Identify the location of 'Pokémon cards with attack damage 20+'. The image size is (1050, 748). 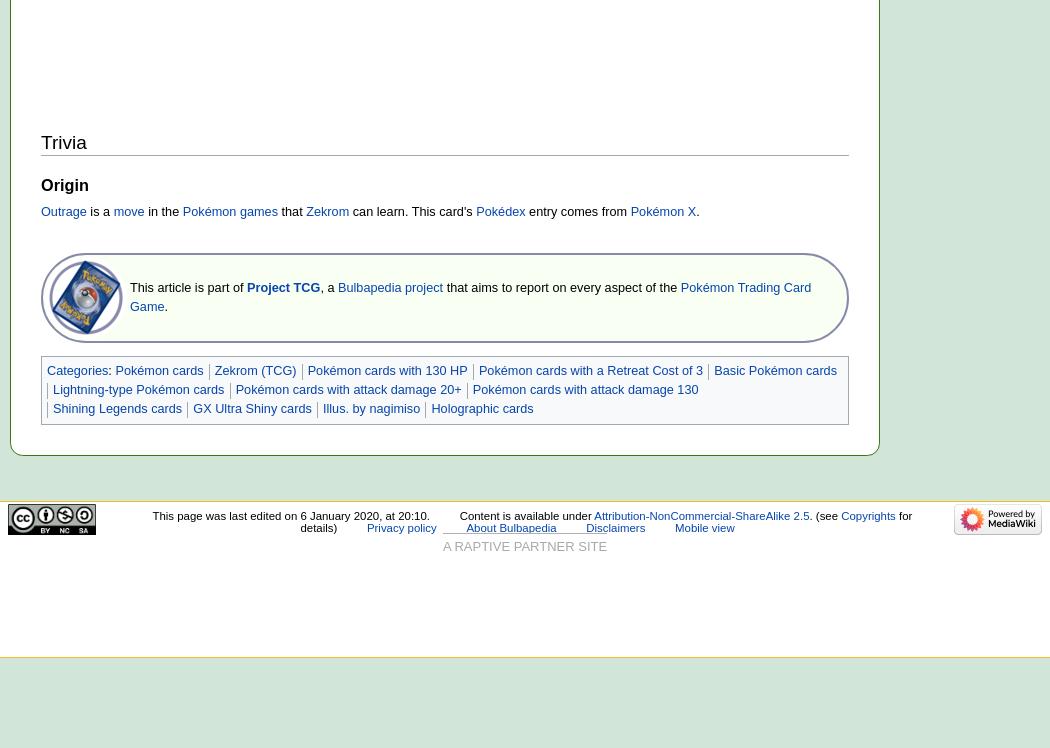
(346, 390).